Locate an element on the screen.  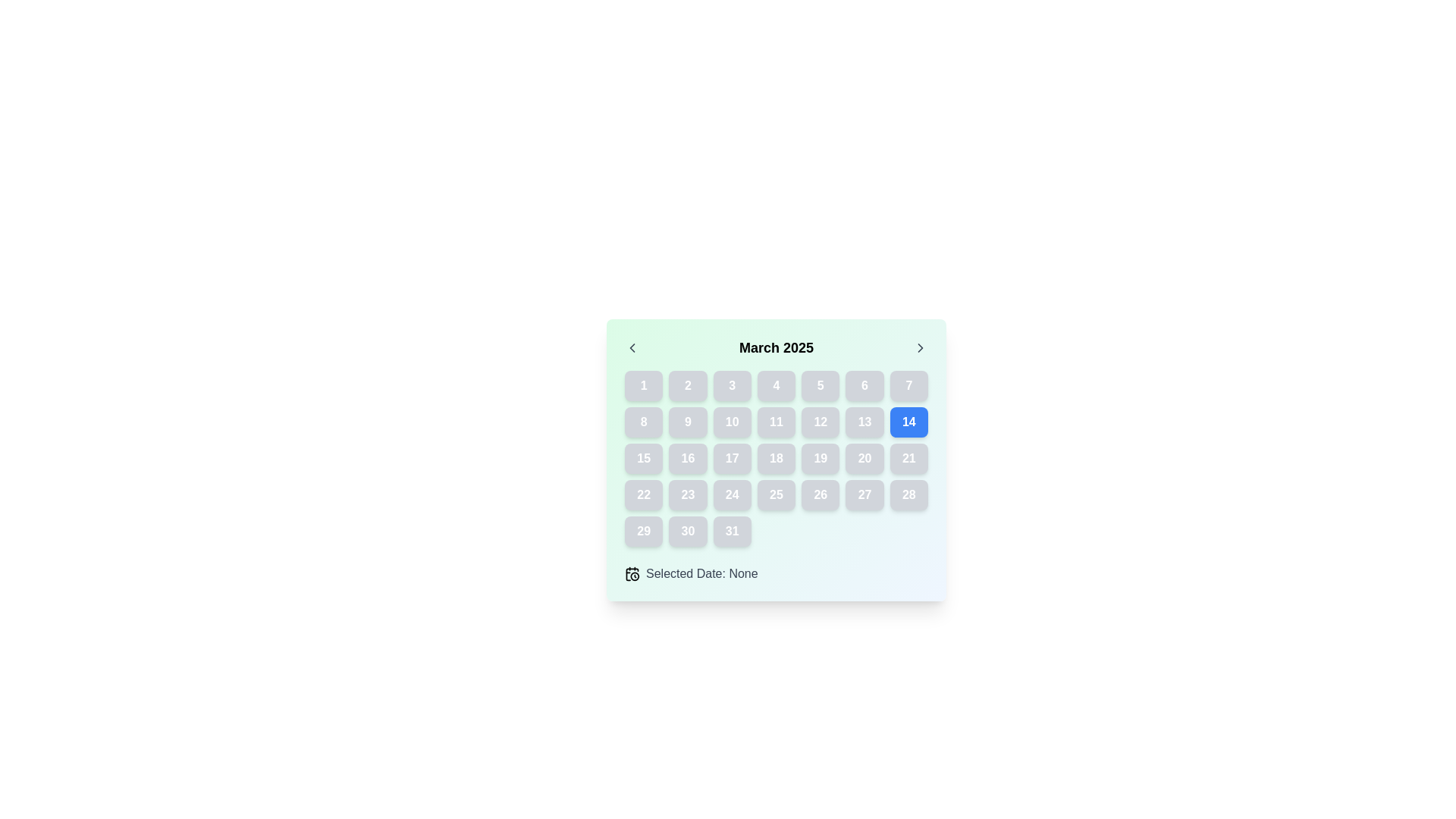
the calendar day box displaying the number '8', which is styled as a square with rounded corners and changes to a blue background when hovered over is located at coordinates (644, 422).